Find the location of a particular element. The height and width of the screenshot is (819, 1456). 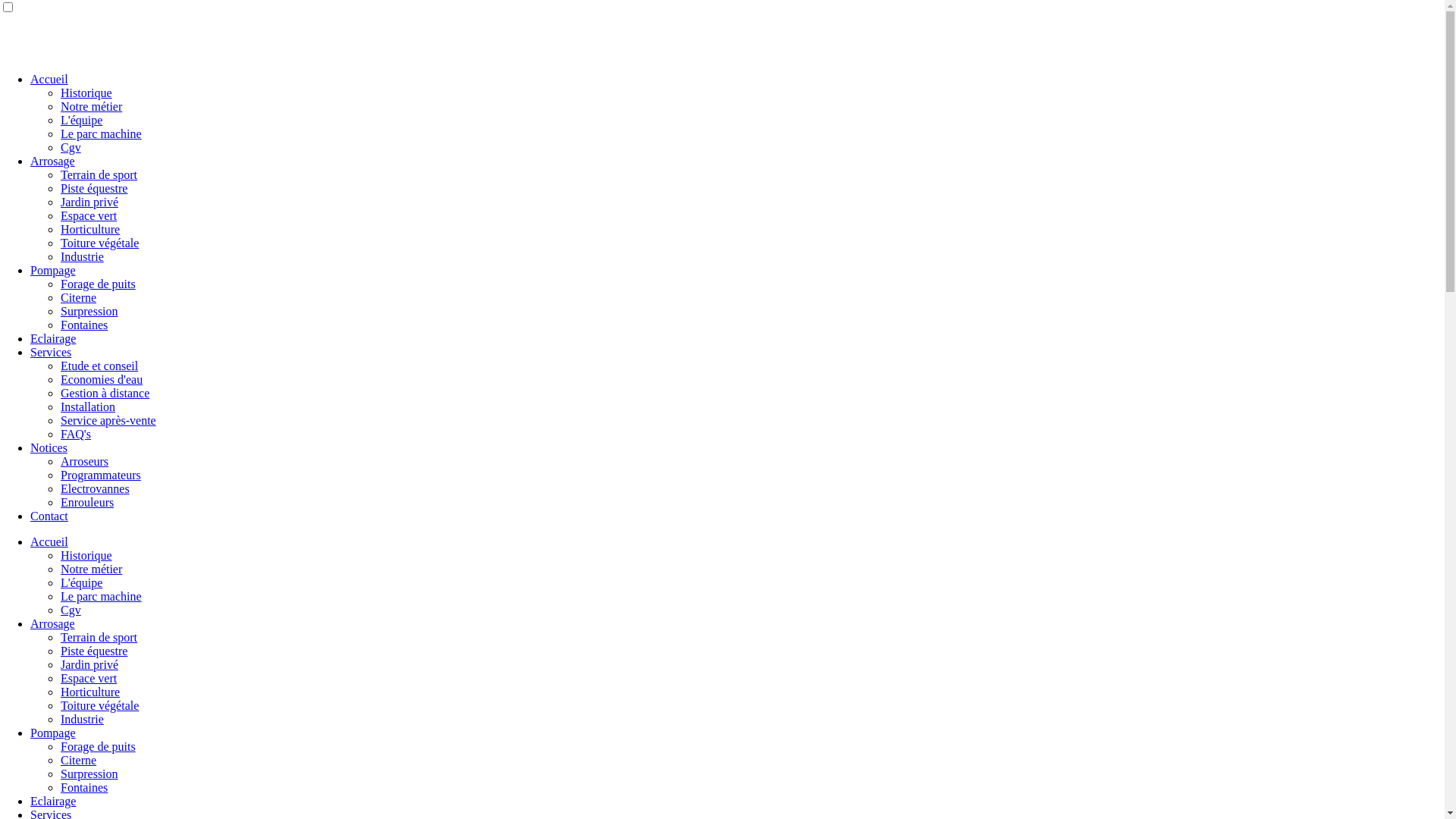

'Fontaines' is located at coordinates (83, 786).